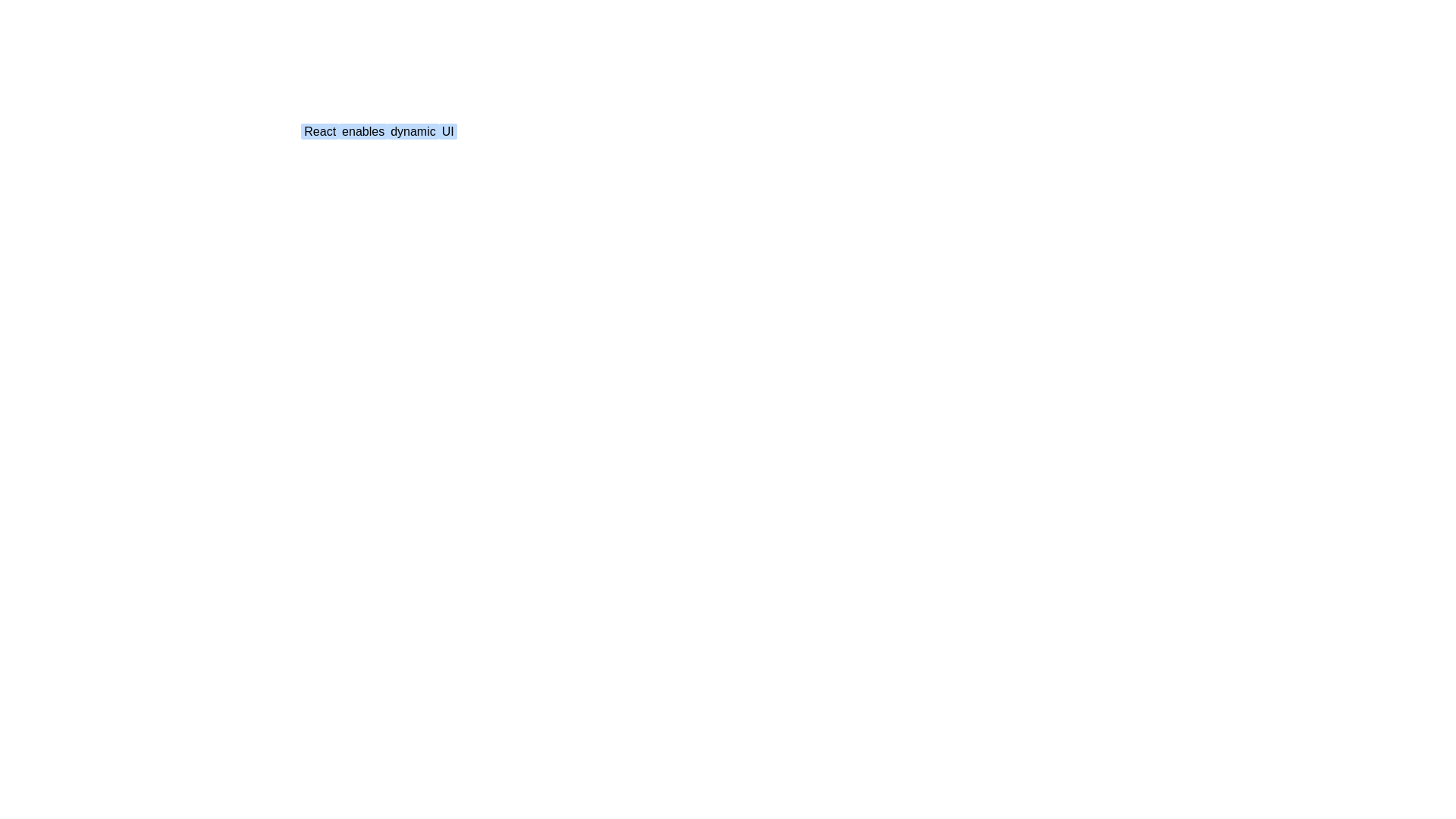  What do you see at coordinates (447, 130) in the screenshot?
I see `text label element displaying 'UI', which is styled with a rounded blue background and is the last in a horizontal sequence of similar text elements` at bounding box center [447, 130].